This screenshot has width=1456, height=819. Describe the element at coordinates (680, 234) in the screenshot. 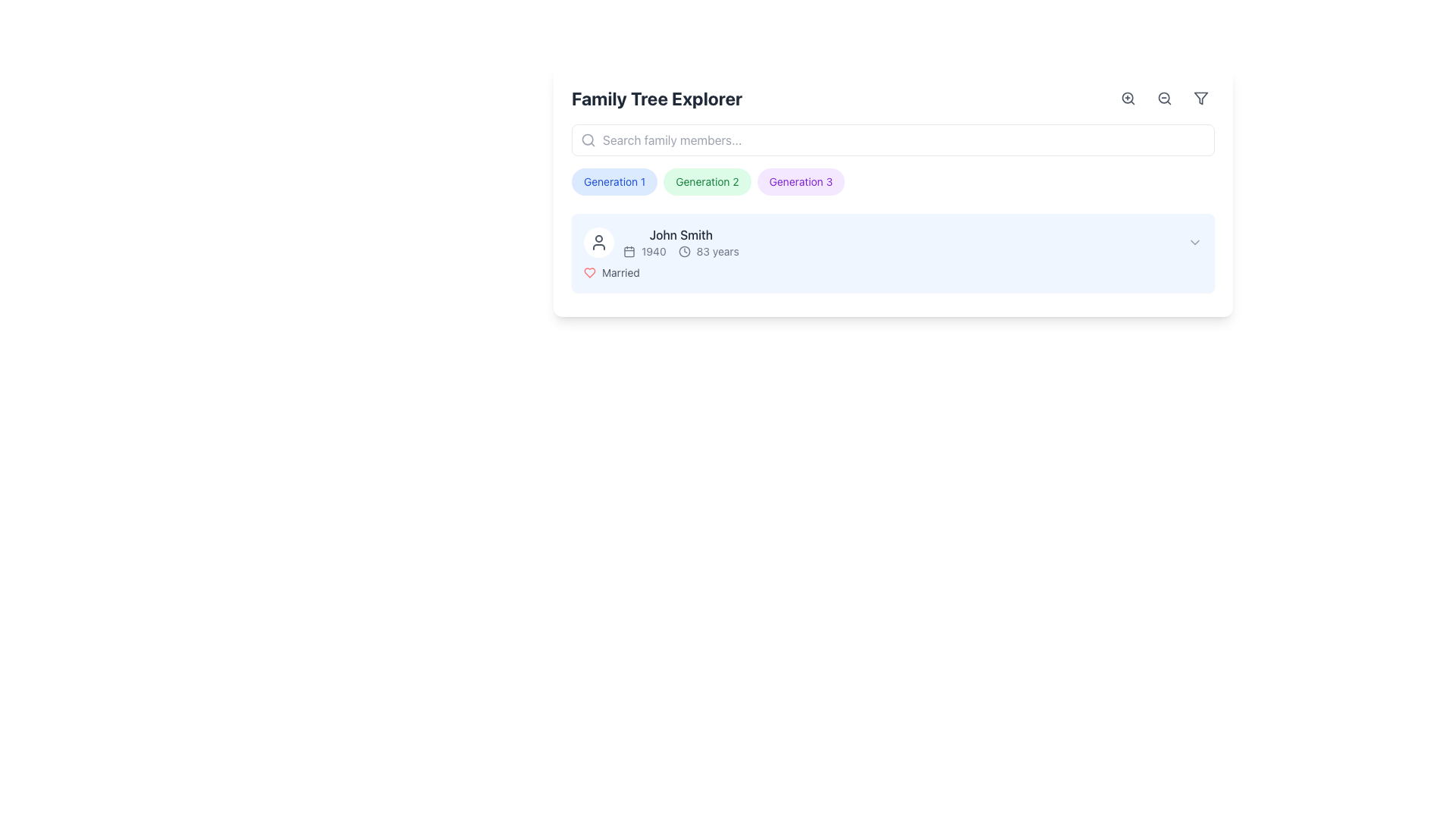

I see `the text element displaying the name of a person, which is the top-most text in the user information card, located next to the profile icon and above the date of birth and age details` at that location.